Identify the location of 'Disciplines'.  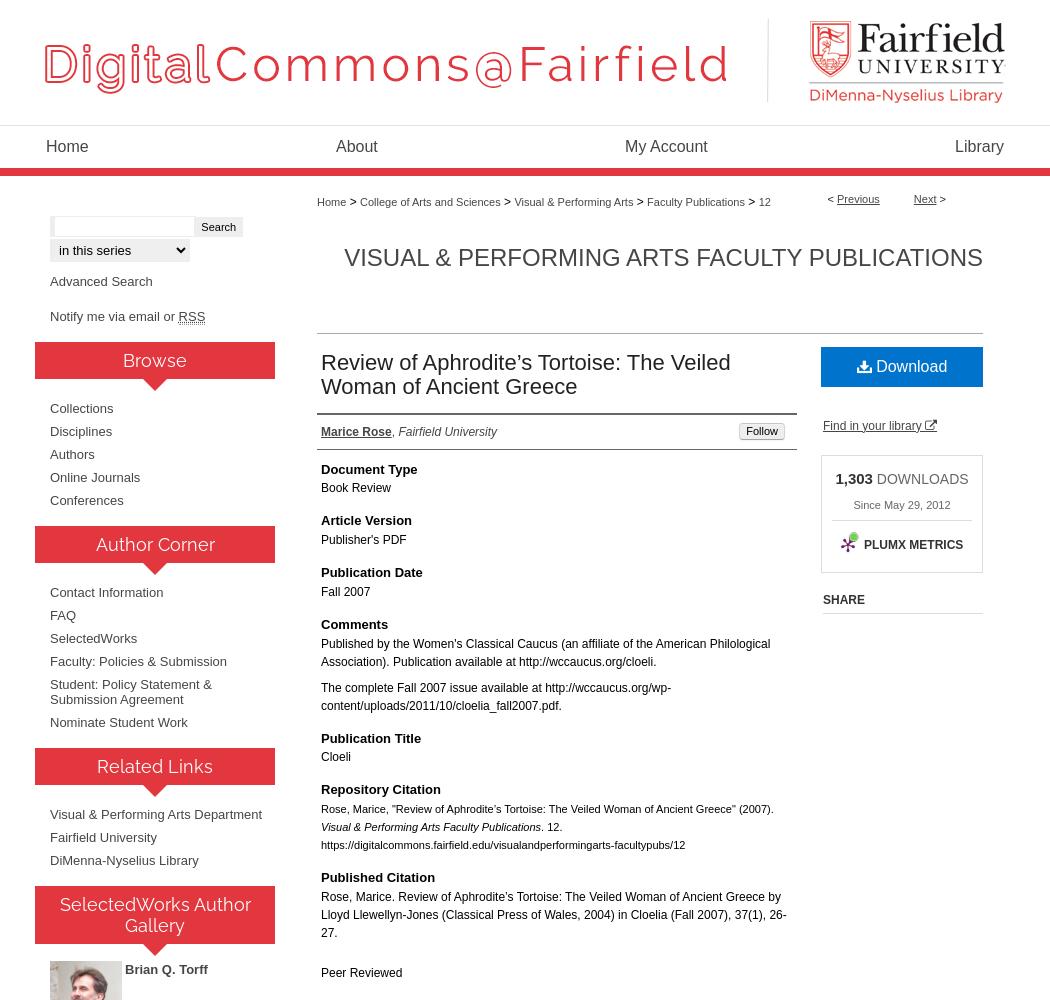
(80, 430).